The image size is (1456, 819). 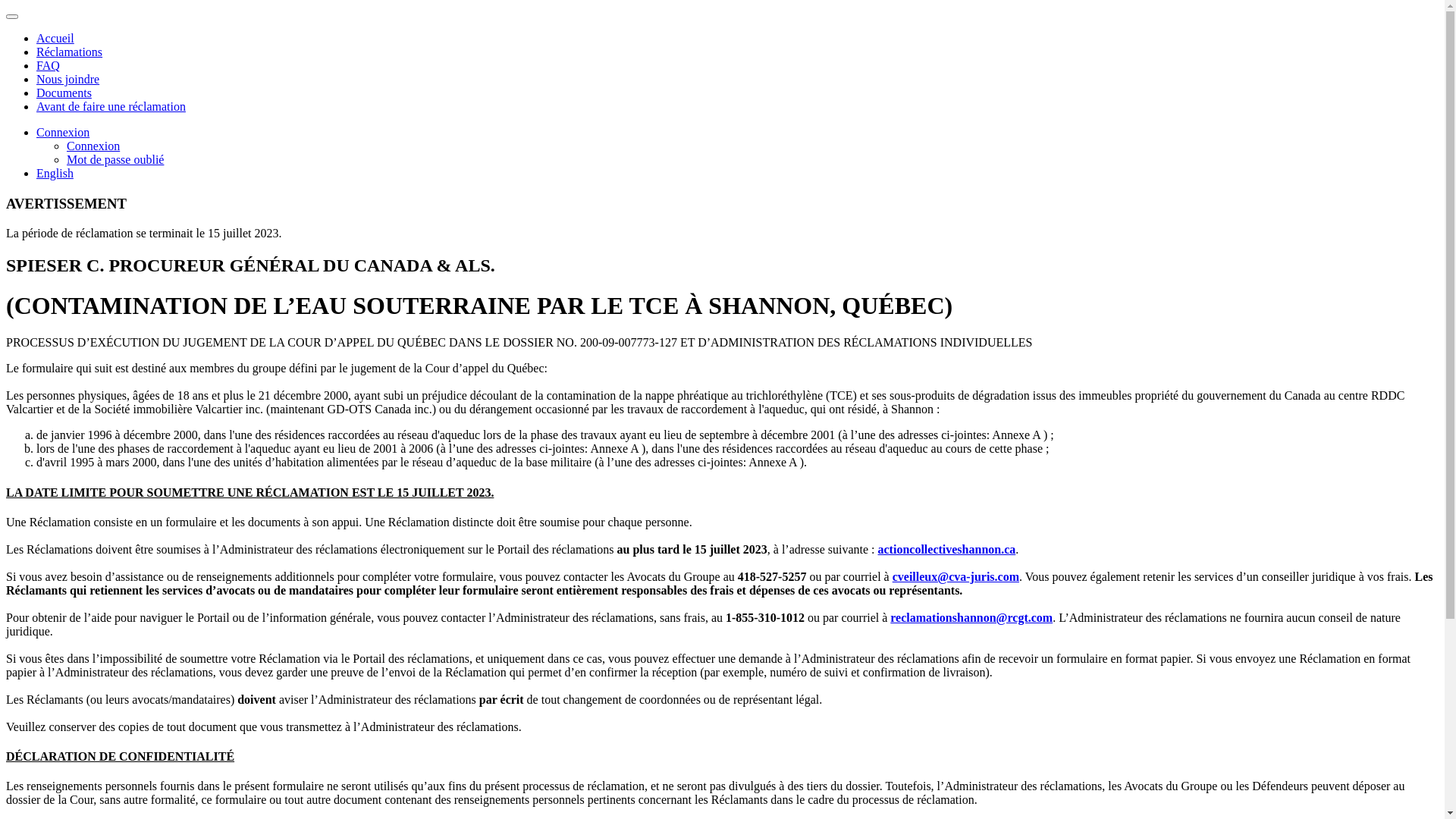 What do you see at coordinates (955, 576) in the screenshot?
I see `'cveilleux@cva-juris.com'` at bounding box center [955, 576].